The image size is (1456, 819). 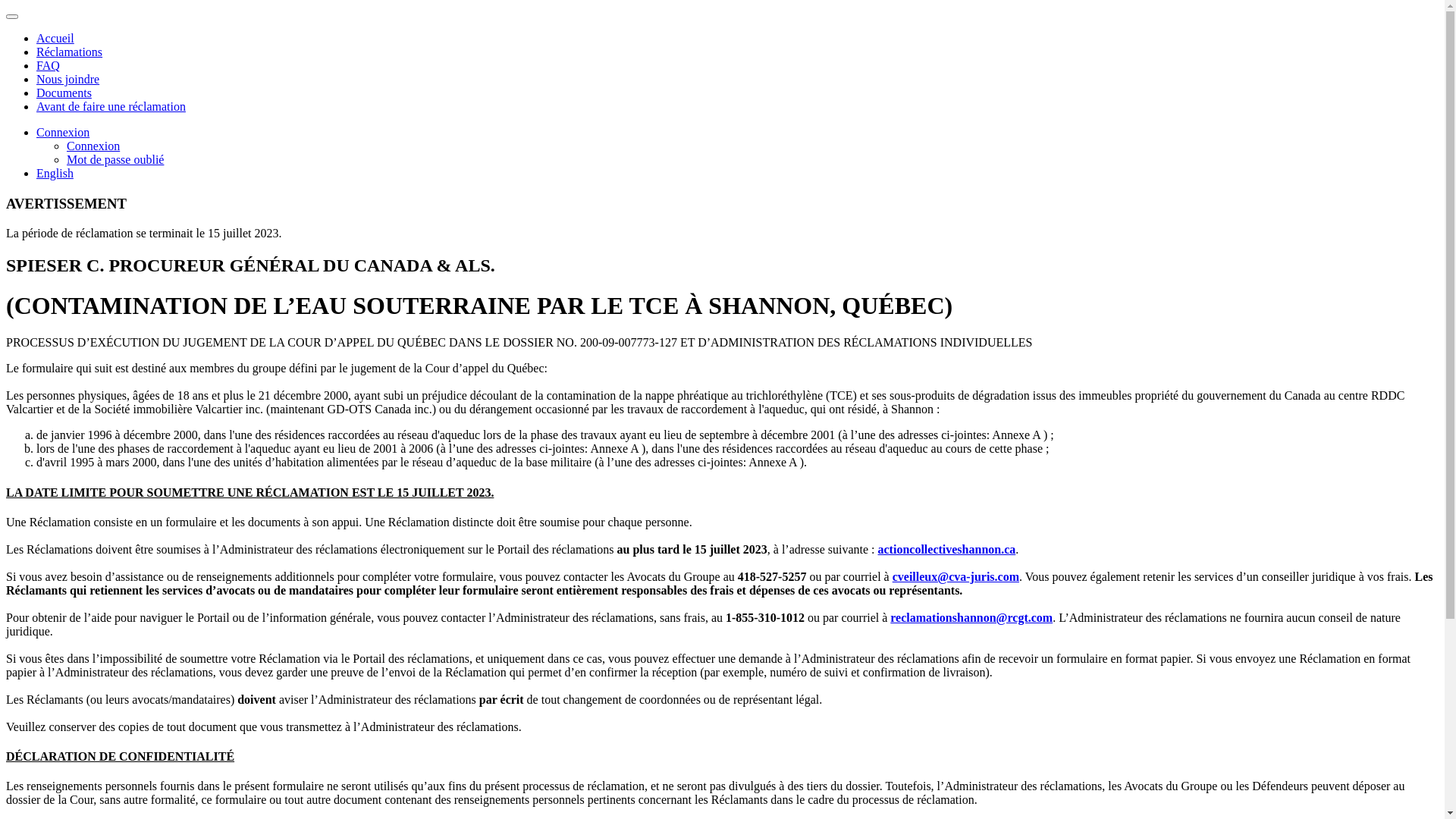 What do you see at coordinates (955, 576) in the screenshot?
I see `'cveilleux@cva-juris.com'` at bounding box center [955, 576].